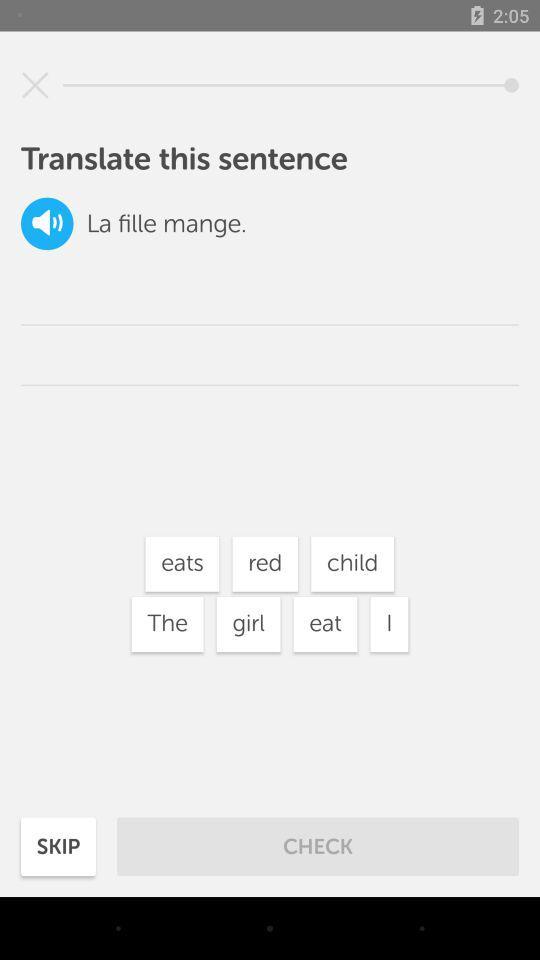  I want to click on the icon to the left of girl icon, so click(166, 623).